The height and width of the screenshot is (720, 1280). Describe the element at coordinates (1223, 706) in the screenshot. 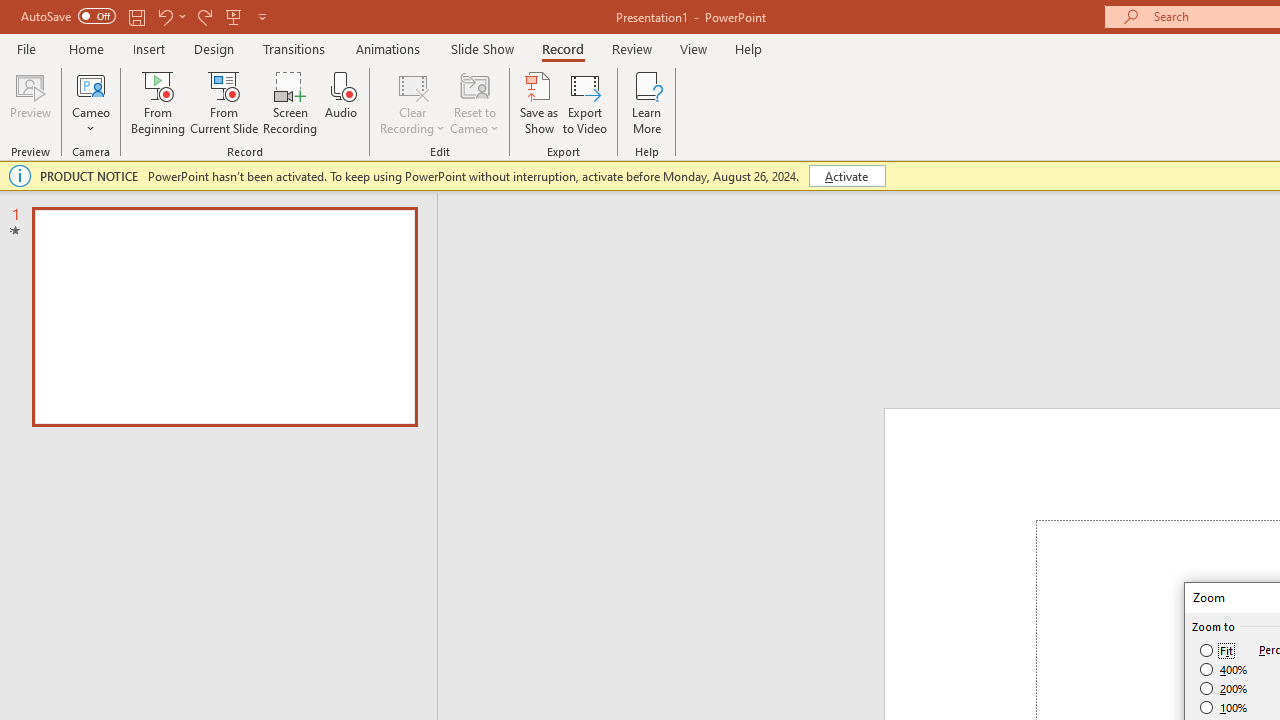

I see `'100%'` at that location.